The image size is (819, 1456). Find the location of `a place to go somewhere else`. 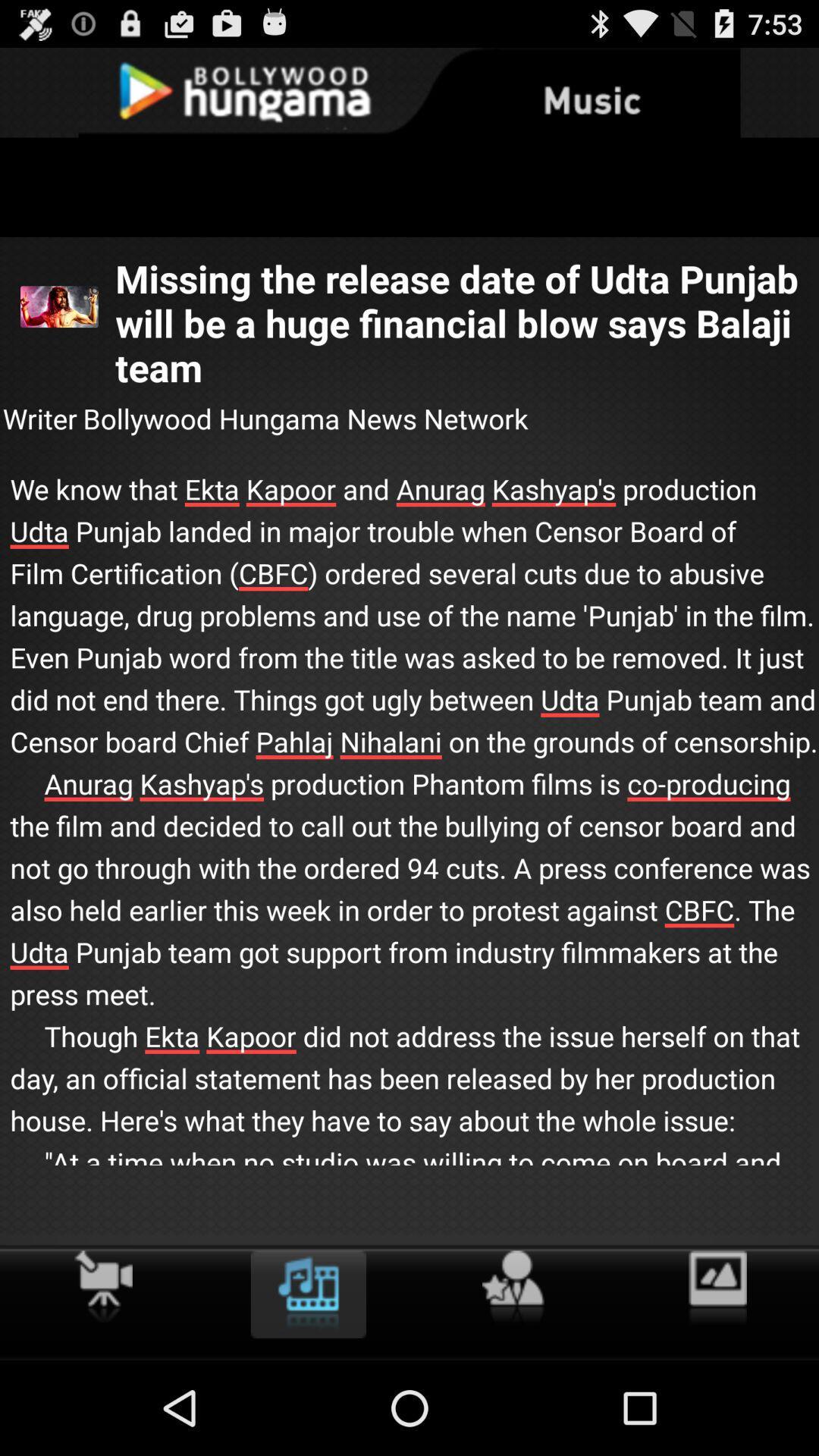

a place to go somewhere else is located at coordinates (512, 1287).